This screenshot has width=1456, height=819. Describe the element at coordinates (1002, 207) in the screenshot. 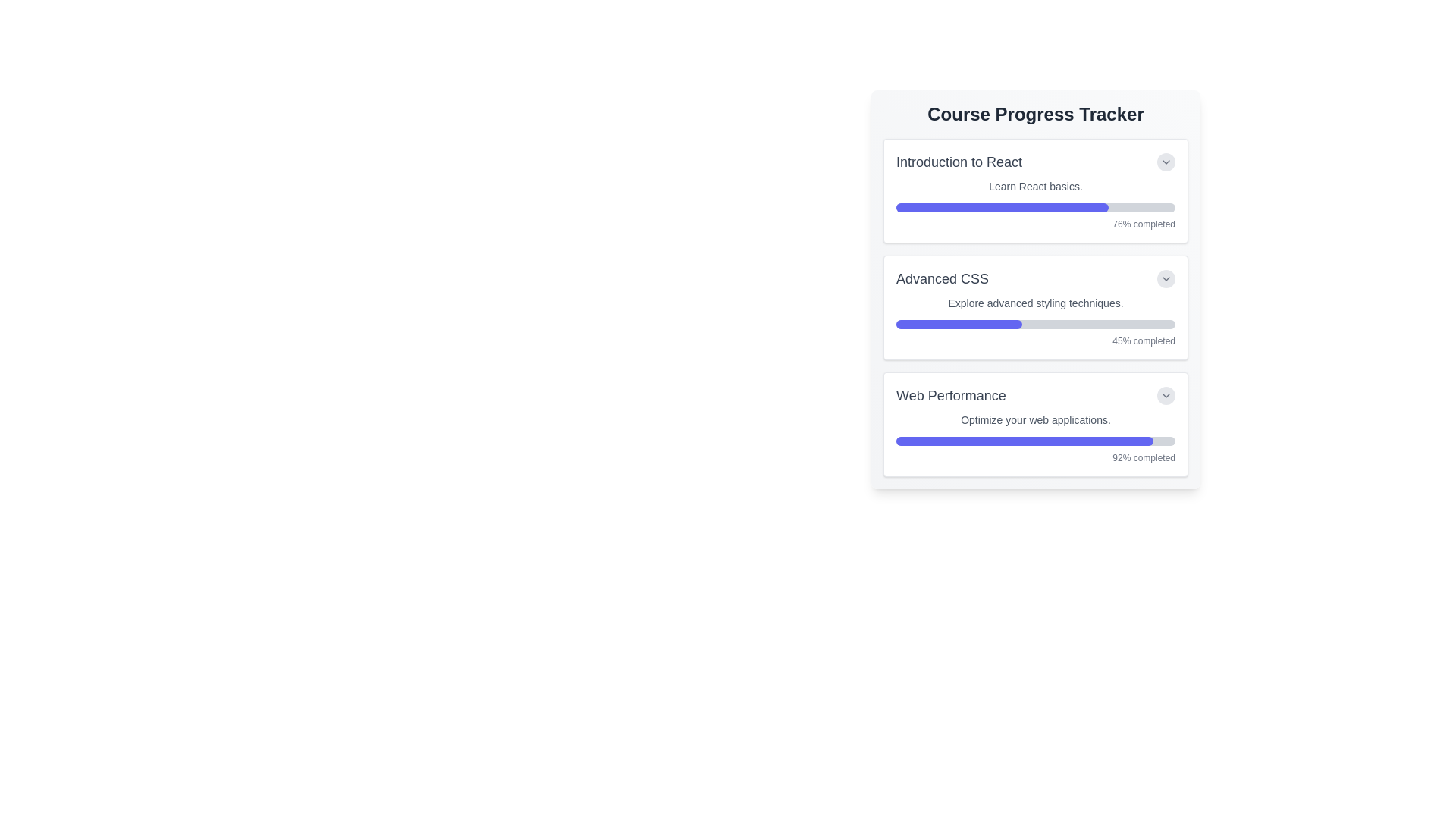

I see `the progress bar indicating completion percentage for the 'Introduction to React' section, which is styled with an indigo filled portion and rounded edges` at that location.